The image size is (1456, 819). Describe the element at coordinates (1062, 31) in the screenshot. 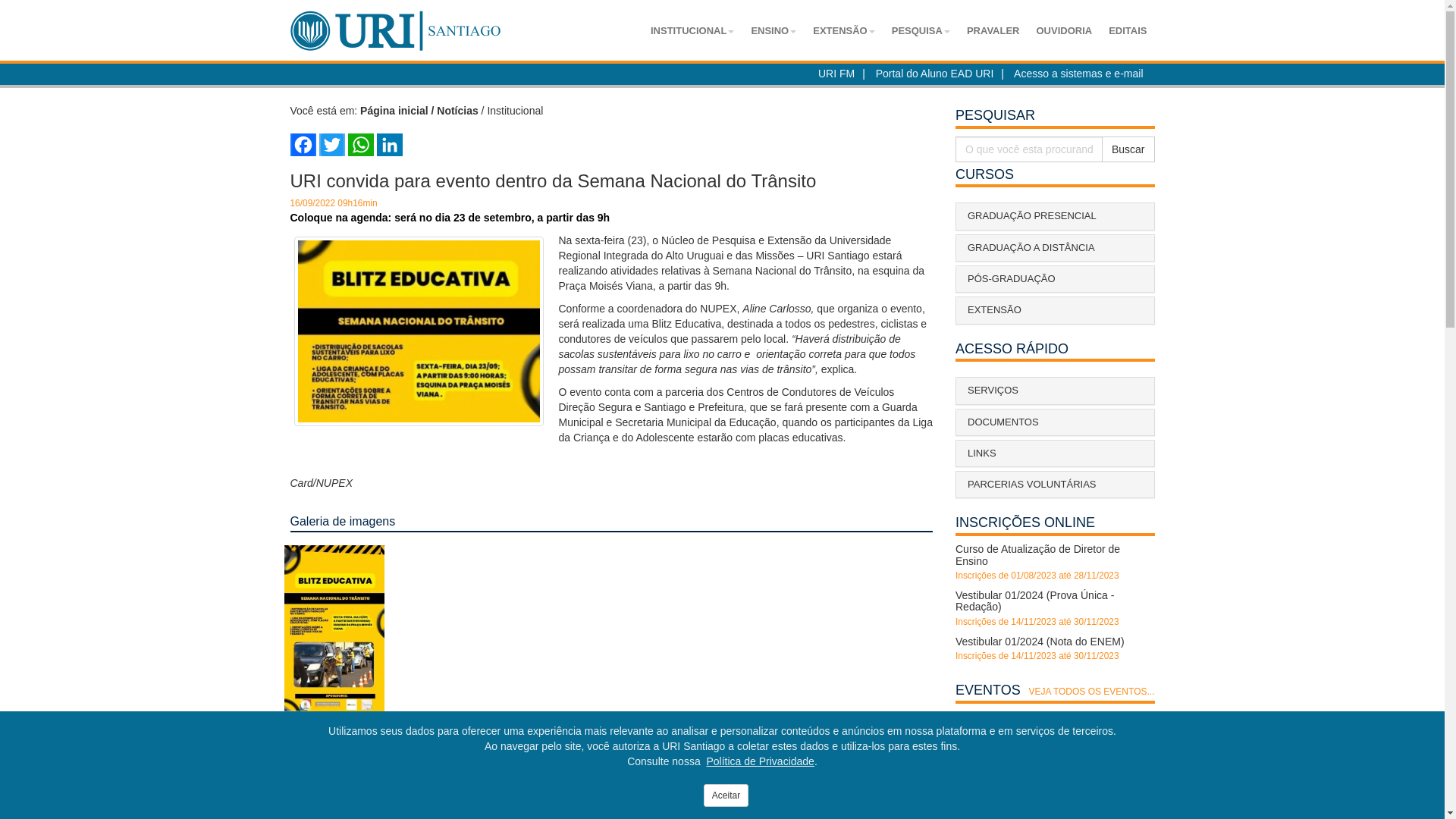

I see `'OUVIDORIA'` at that location.